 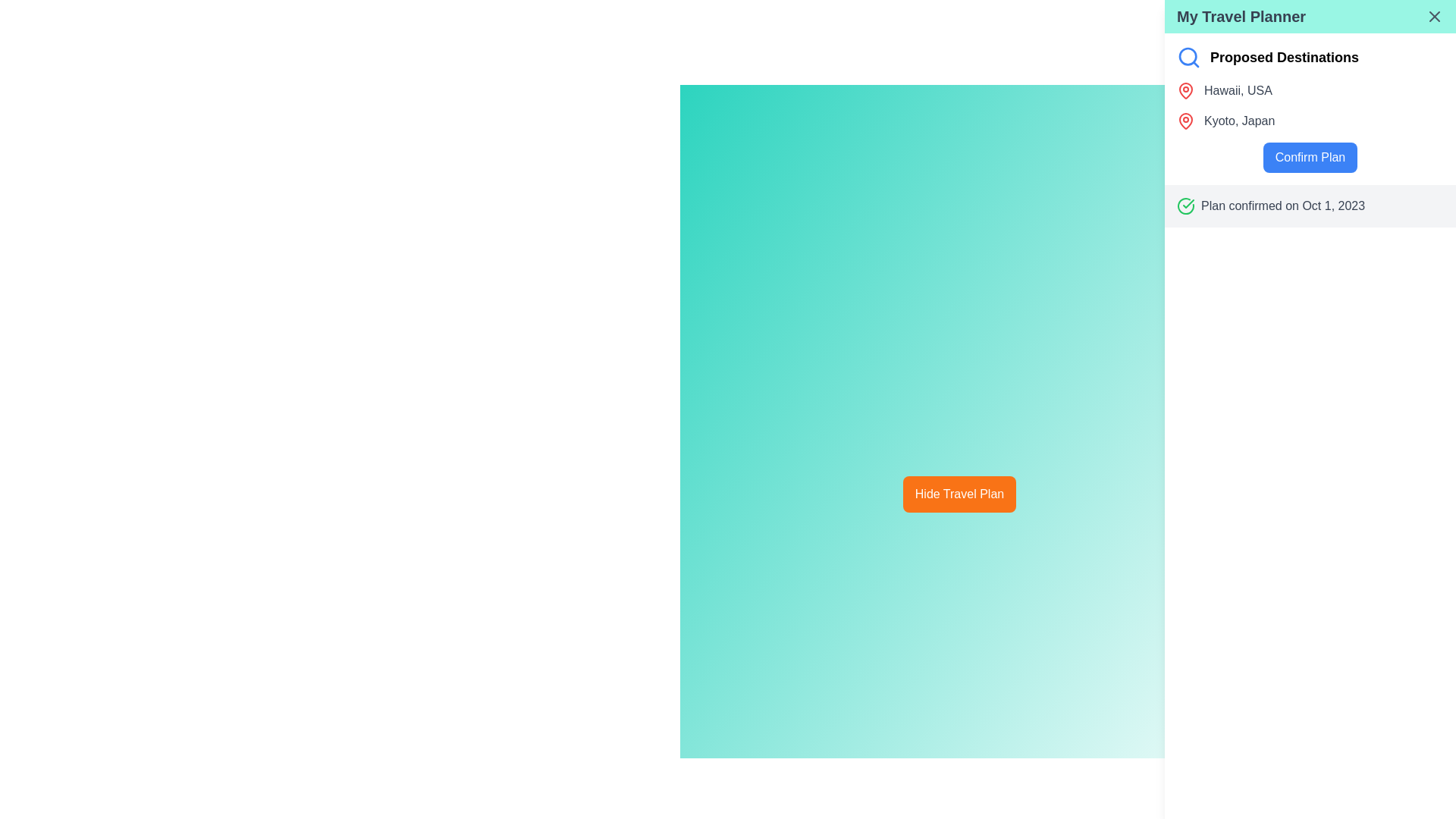 I want to click on the header or label indicating the section for proposed travel destinations in the 'My Travel Planner' panel, located at the top right section above the list of destinations, so click(x=1310, y=57).